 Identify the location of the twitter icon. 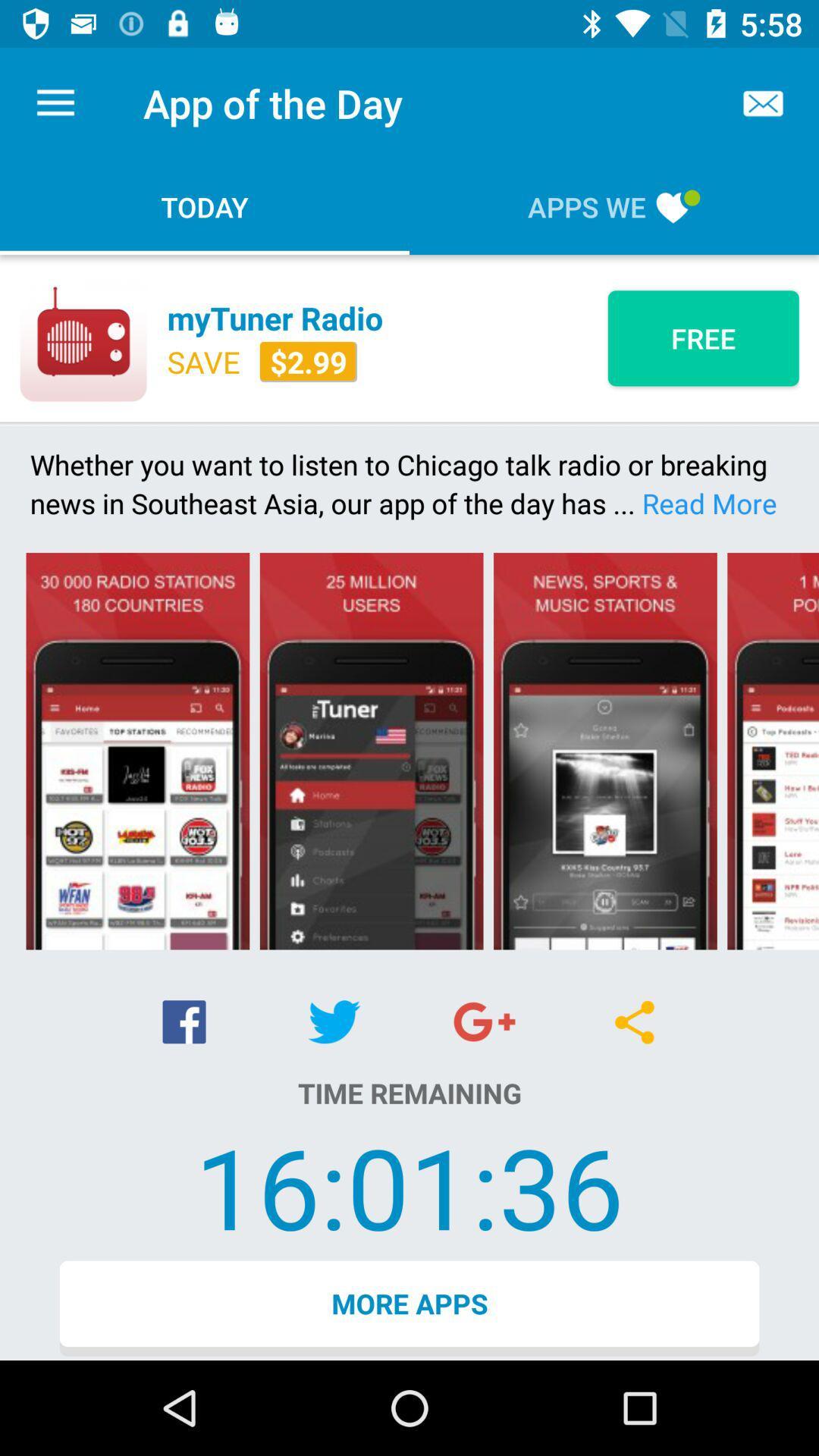
(333, 1021).